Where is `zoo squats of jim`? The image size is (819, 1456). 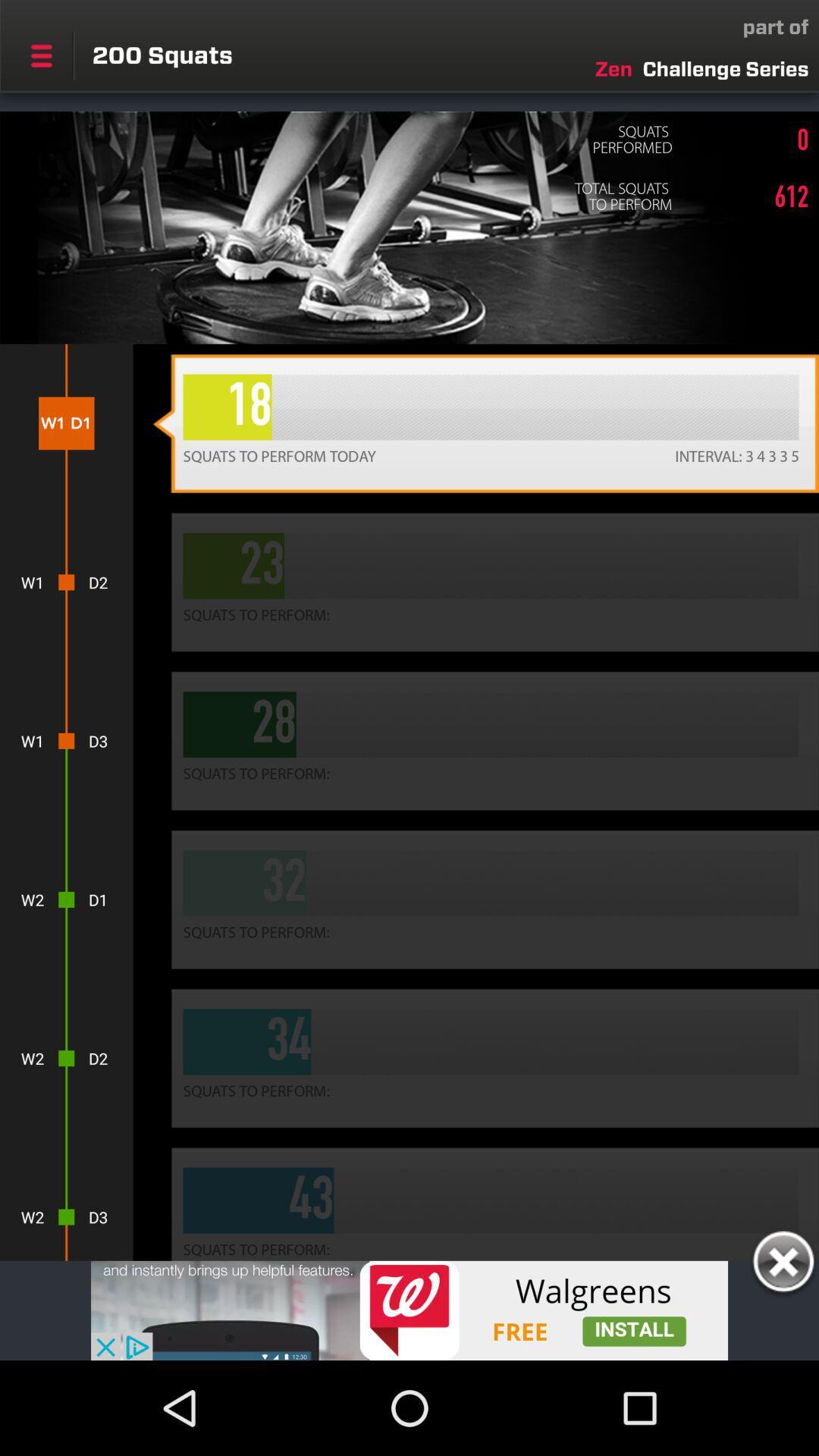
zoo squats of jim is located at coordinates (409, 1310).